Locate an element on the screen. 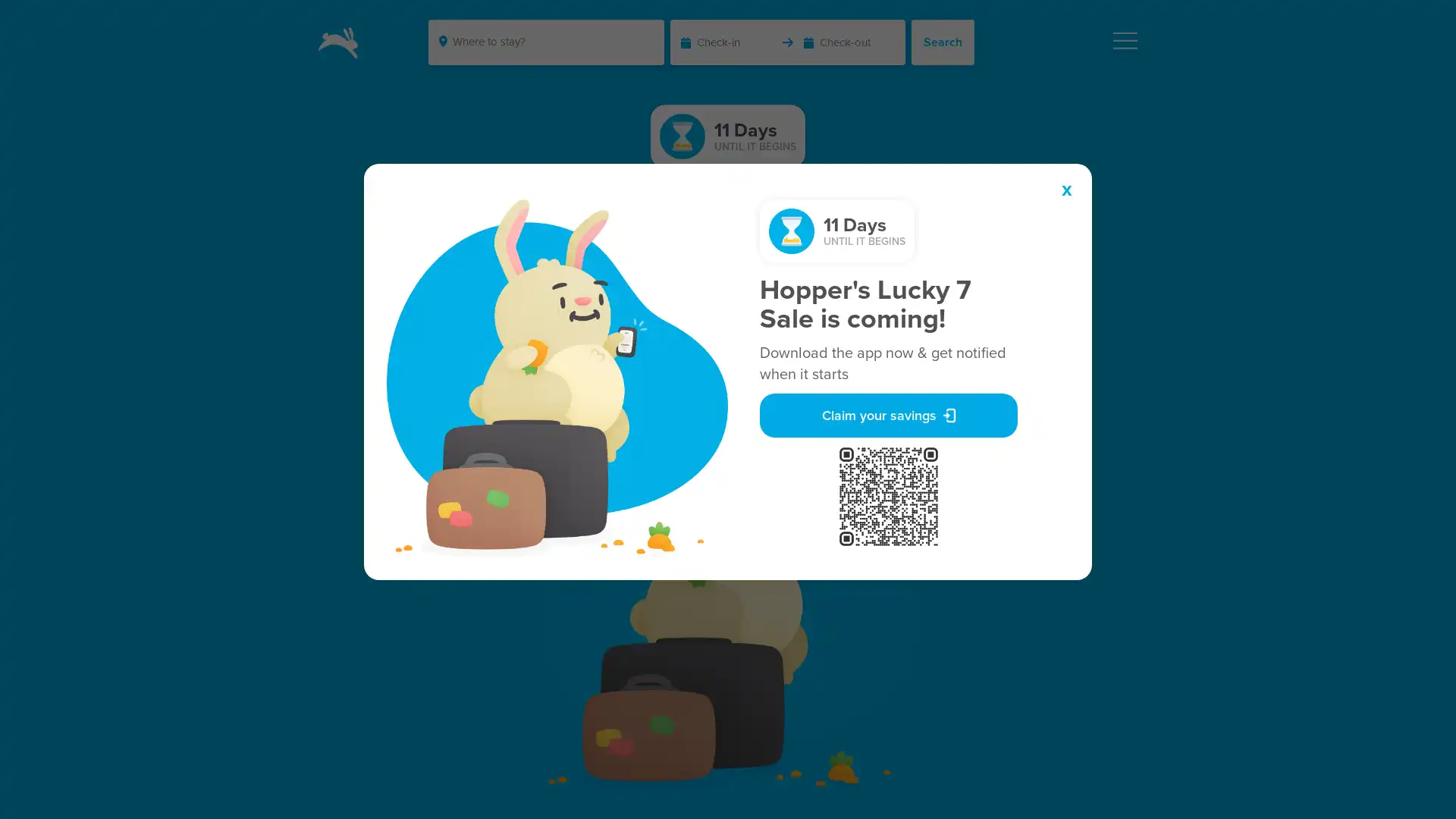 Image resolution: width=1456 pixels, height=819 pixels. X is located at coordinates (1065, 190).